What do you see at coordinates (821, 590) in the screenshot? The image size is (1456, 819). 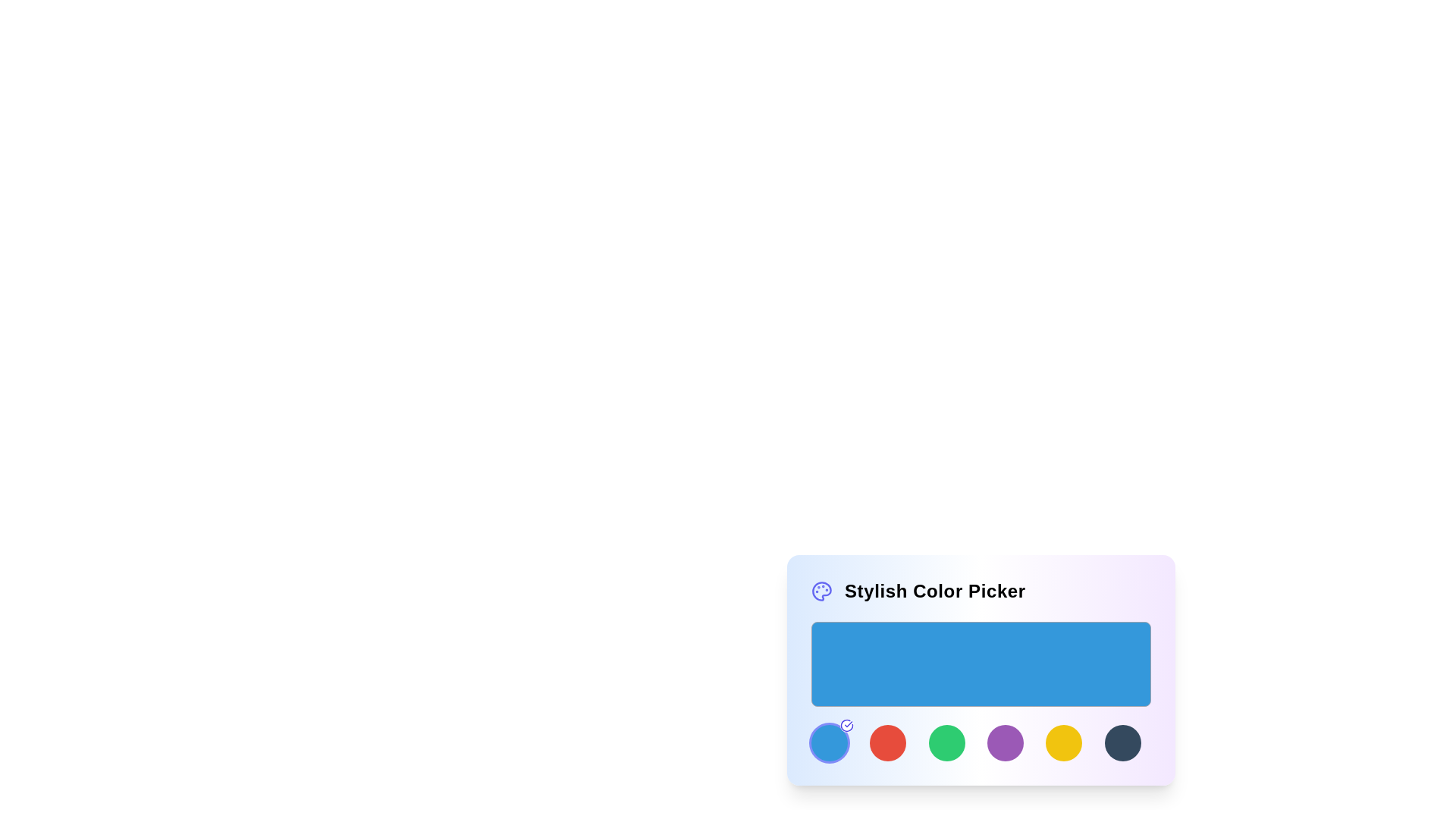 I see `the small indigo painter's palette icon positioned to the far left of the 'Stylish Color Picker' text element` at bounding box center [821, 590].